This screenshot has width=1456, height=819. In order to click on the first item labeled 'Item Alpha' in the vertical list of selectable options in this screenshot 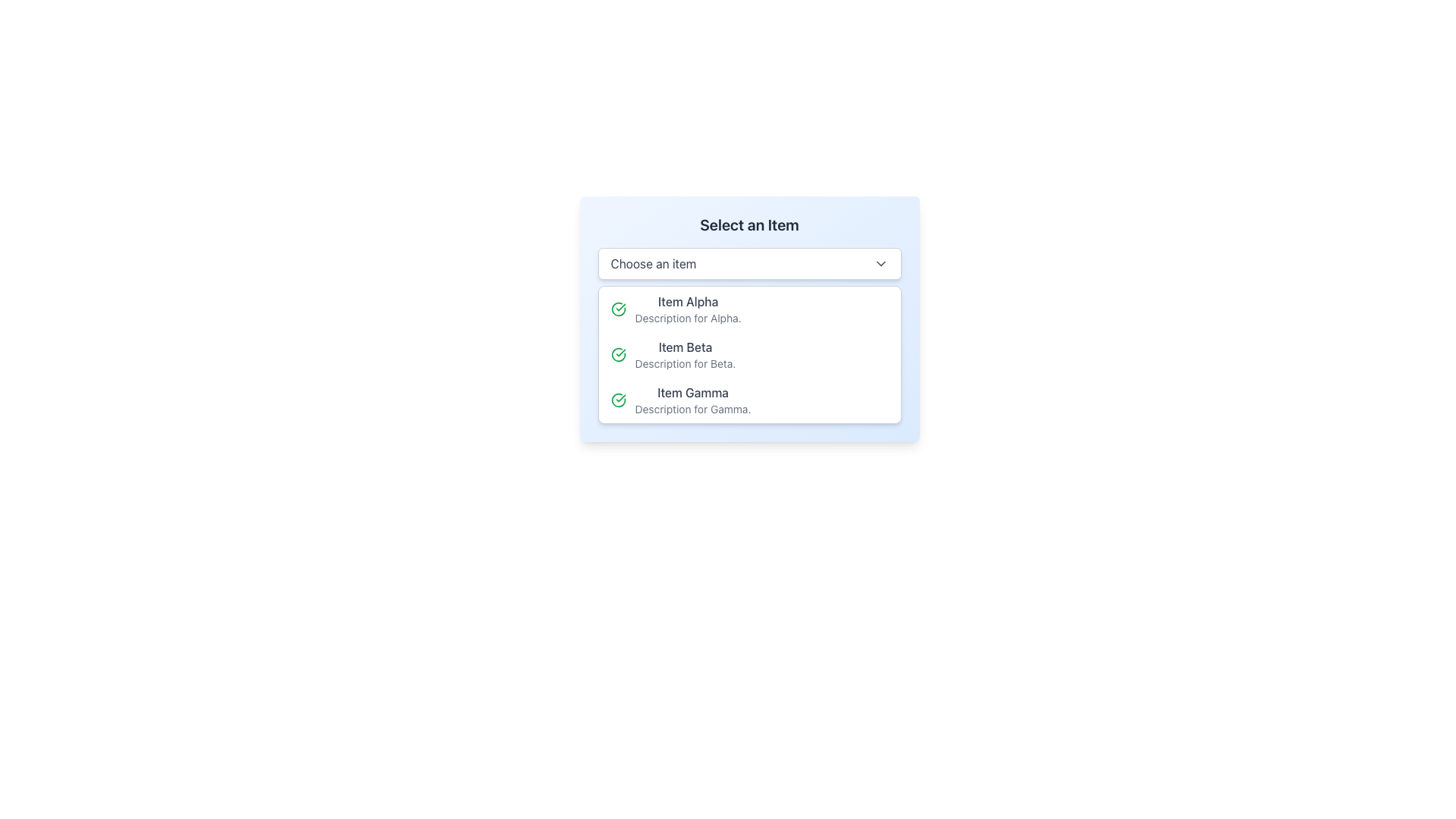, I will do `click(749, 309)`.